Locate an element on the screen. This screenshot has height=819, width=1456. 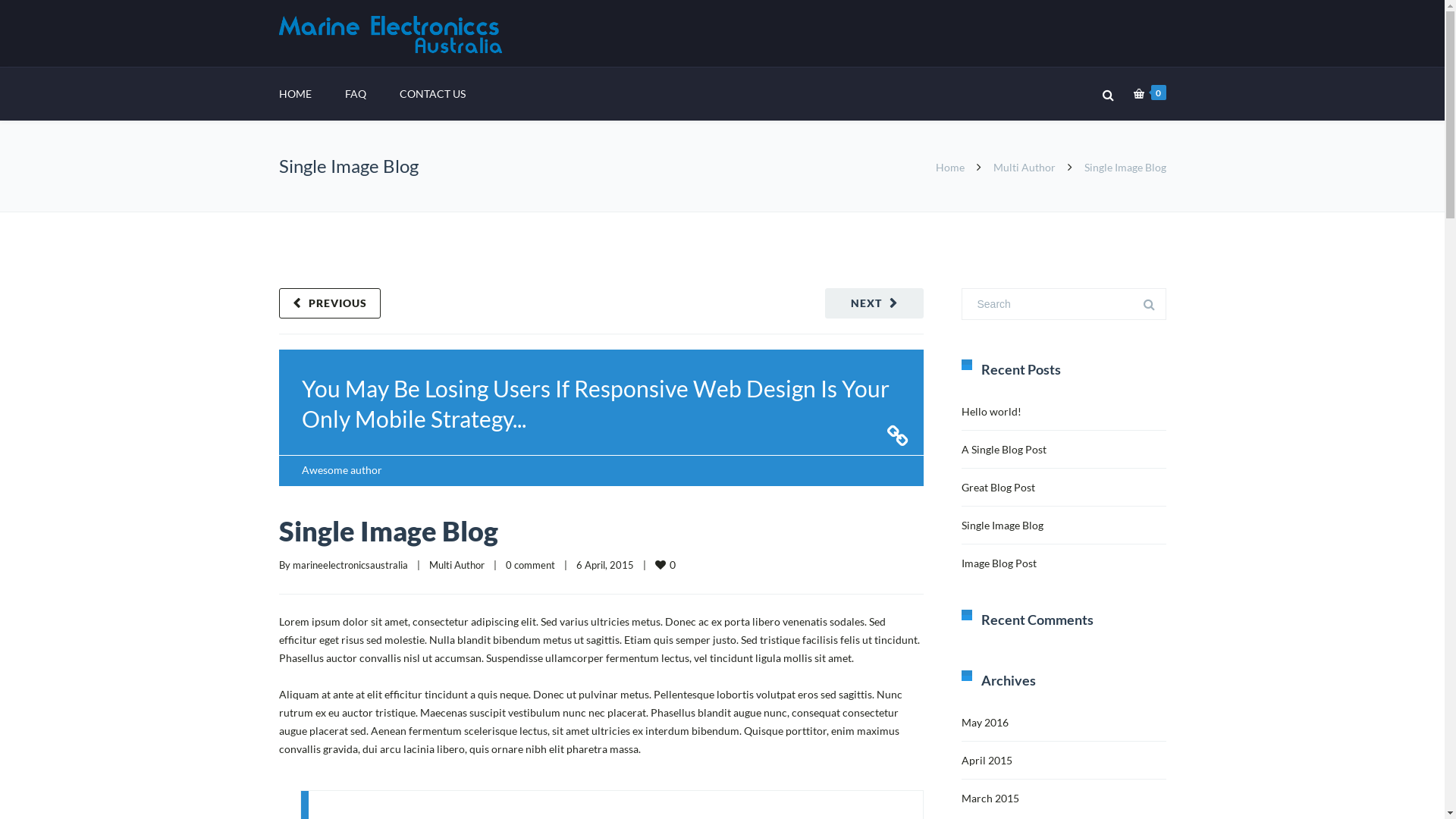
'Marine Electronics Australia' is located at coordinates (393, 34).